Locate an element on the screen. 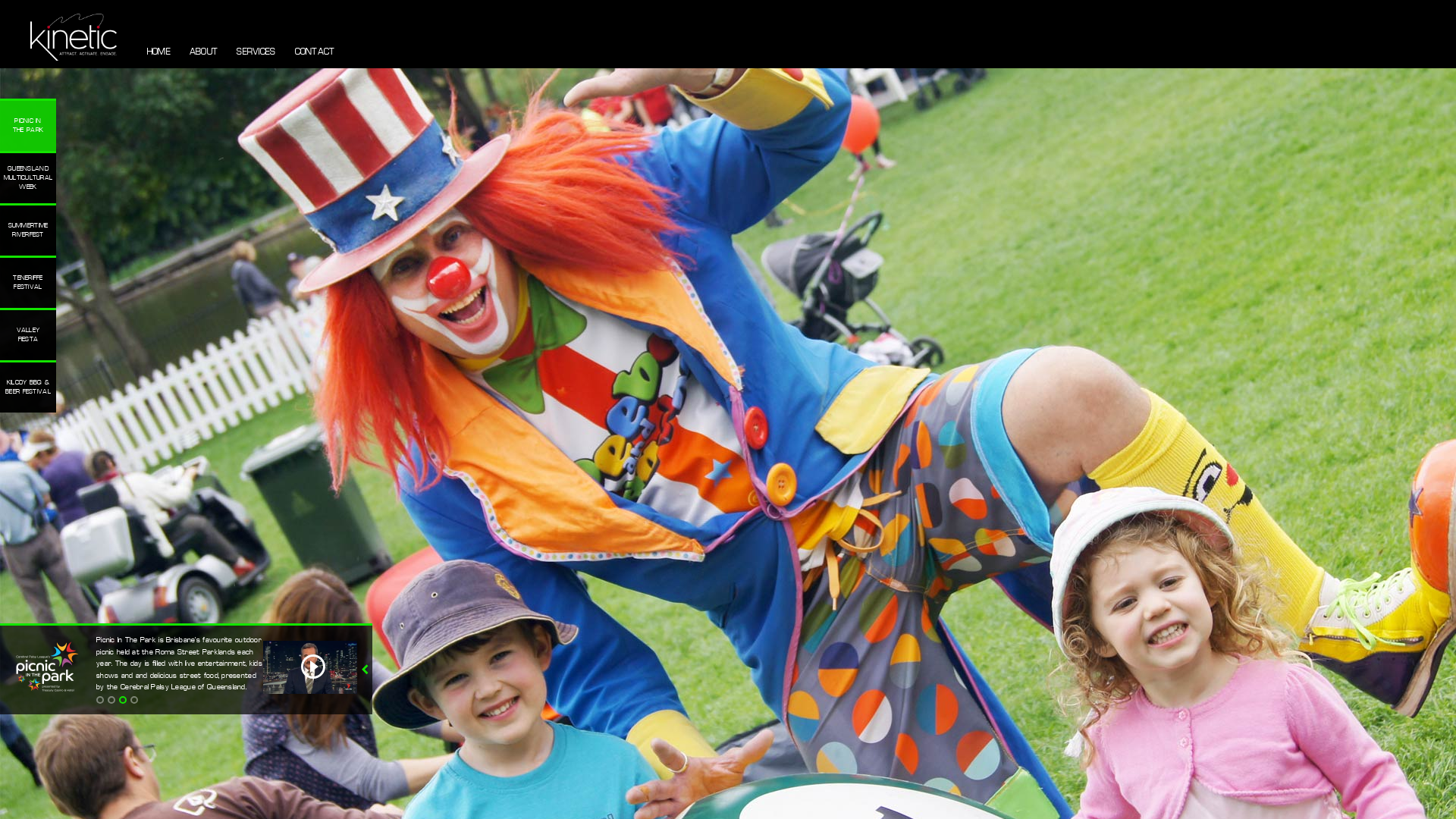  'TENERIFFE FESTIVAL' is located at coordinates (28, 281).